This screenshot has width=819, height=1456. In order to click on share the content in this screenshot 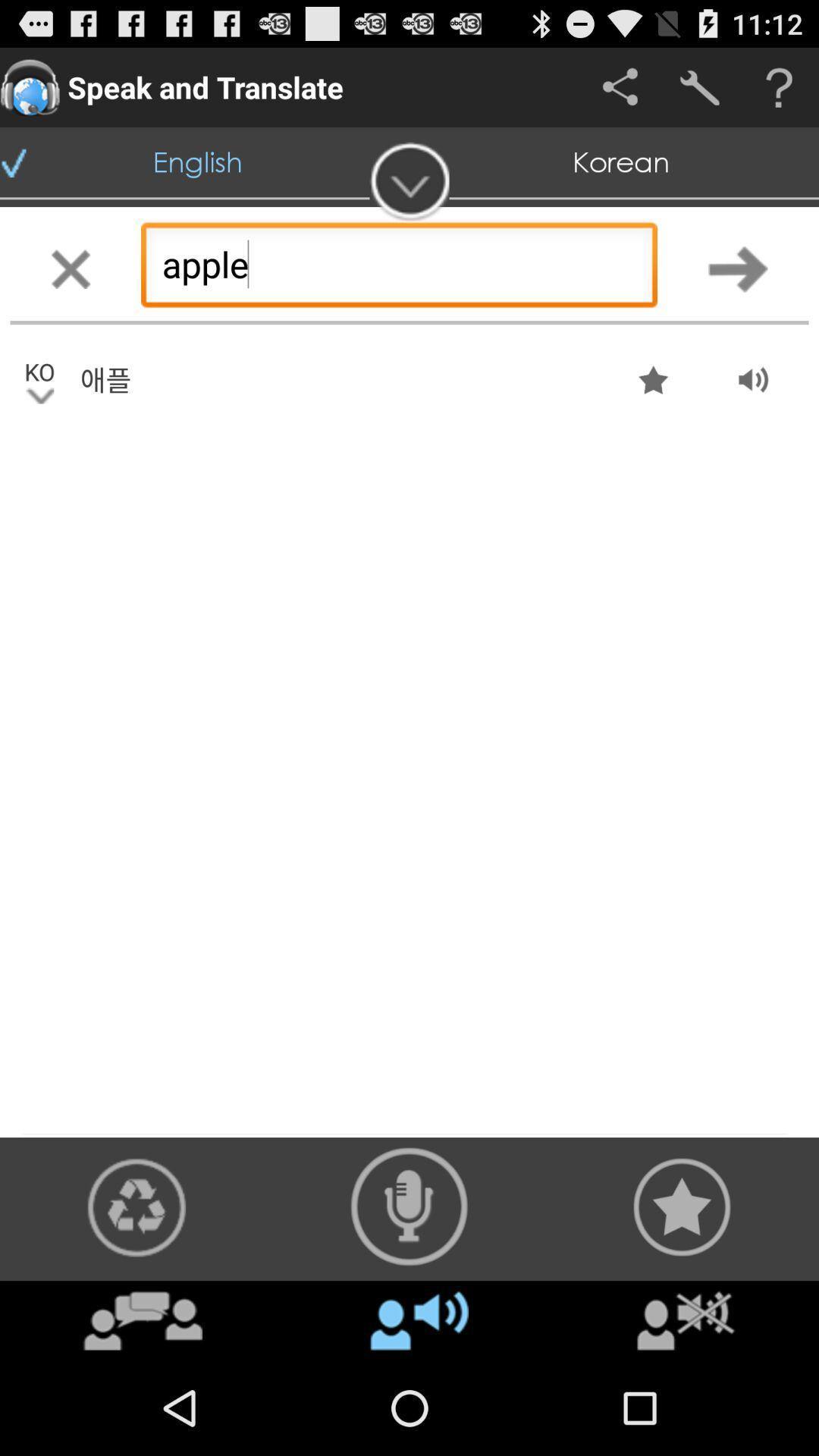, I will do `click(136, 1206)`.